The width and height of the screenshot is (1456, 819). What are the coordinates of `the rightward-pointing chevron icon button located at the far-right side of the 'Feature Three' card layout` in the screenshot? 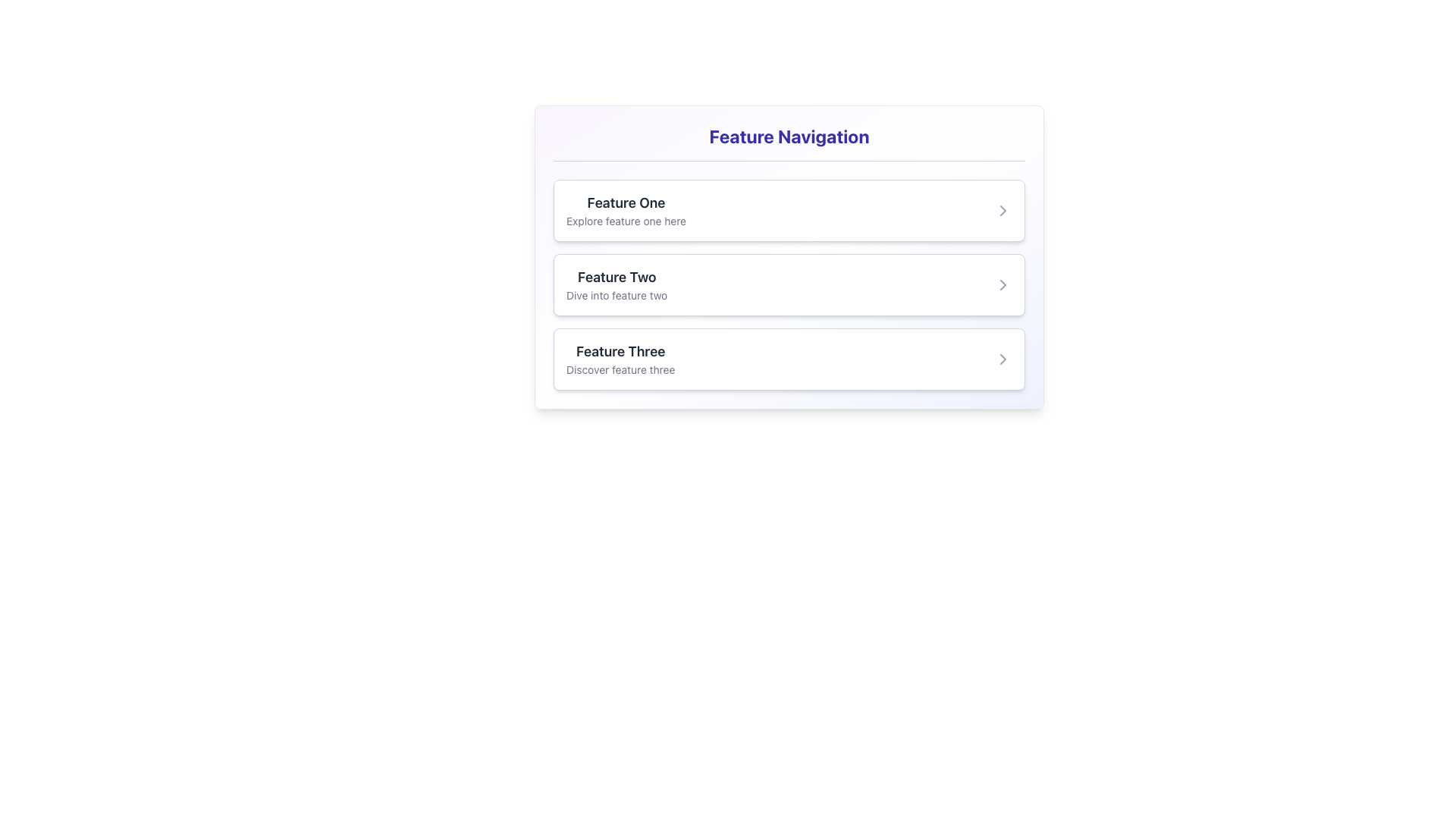 It's located at (1003, 359).